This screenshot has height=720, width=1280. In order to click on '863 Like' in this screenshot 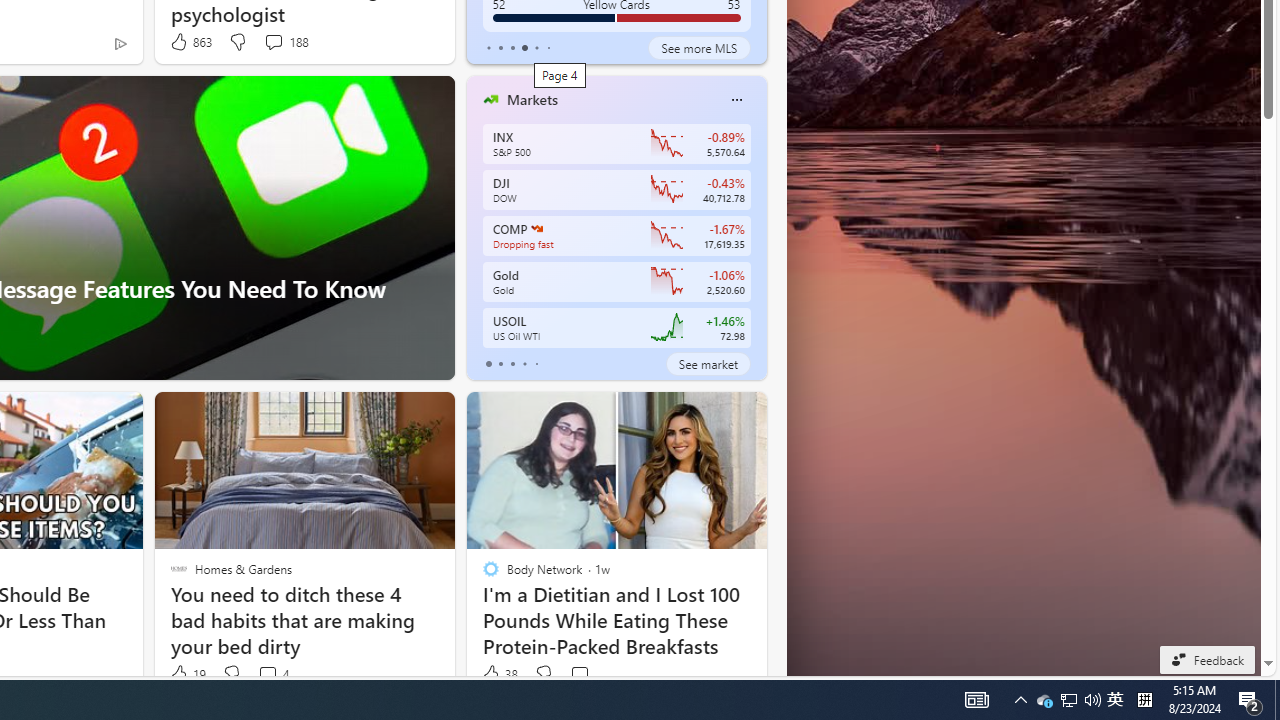, I will do `click(190, 42)`.